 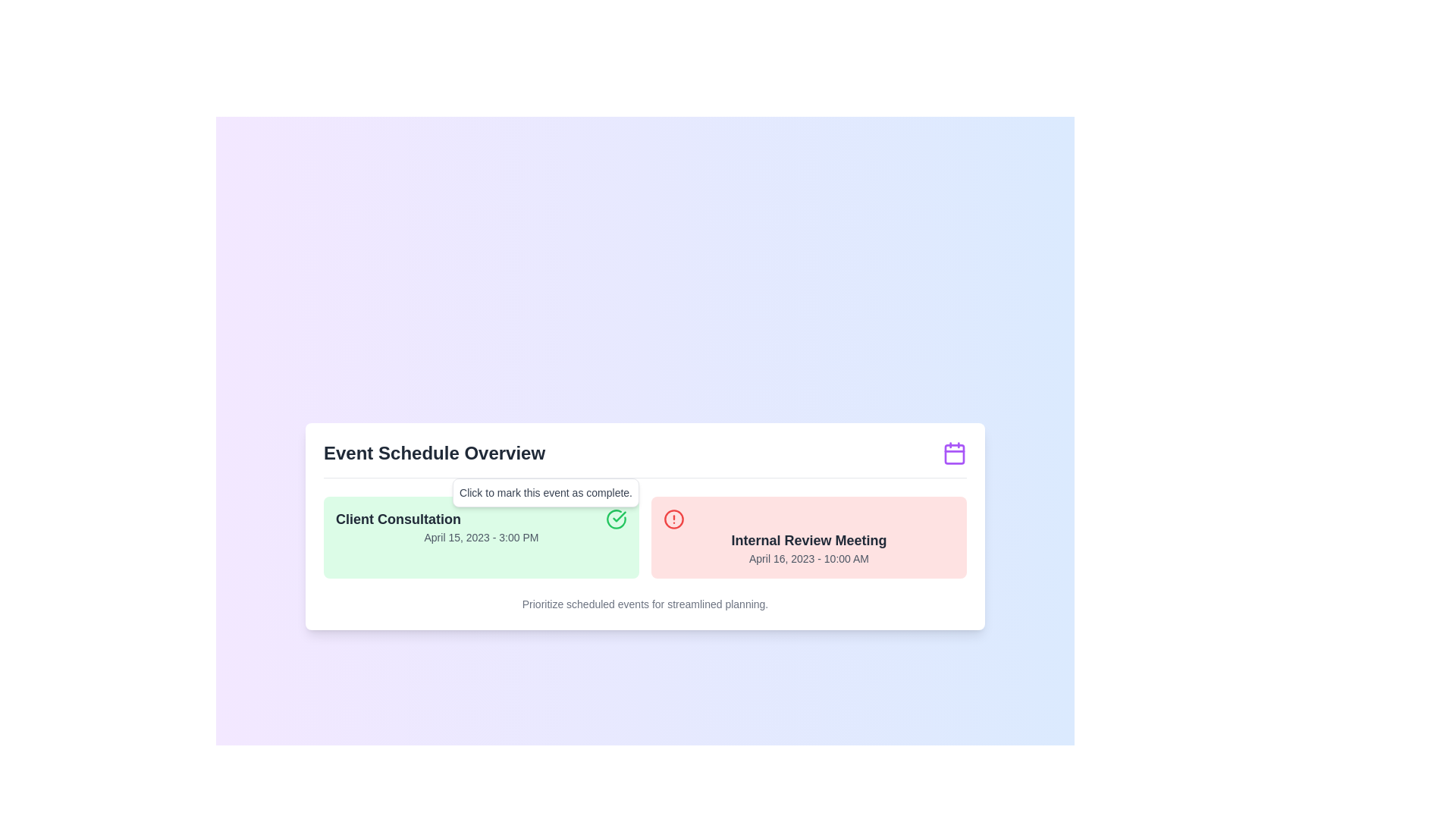 I want to click on the checkmark icon indicating the completion status of the 'Client Consultation' event, which is located within a circular icon on a light green background, so click(x=620, y=516).